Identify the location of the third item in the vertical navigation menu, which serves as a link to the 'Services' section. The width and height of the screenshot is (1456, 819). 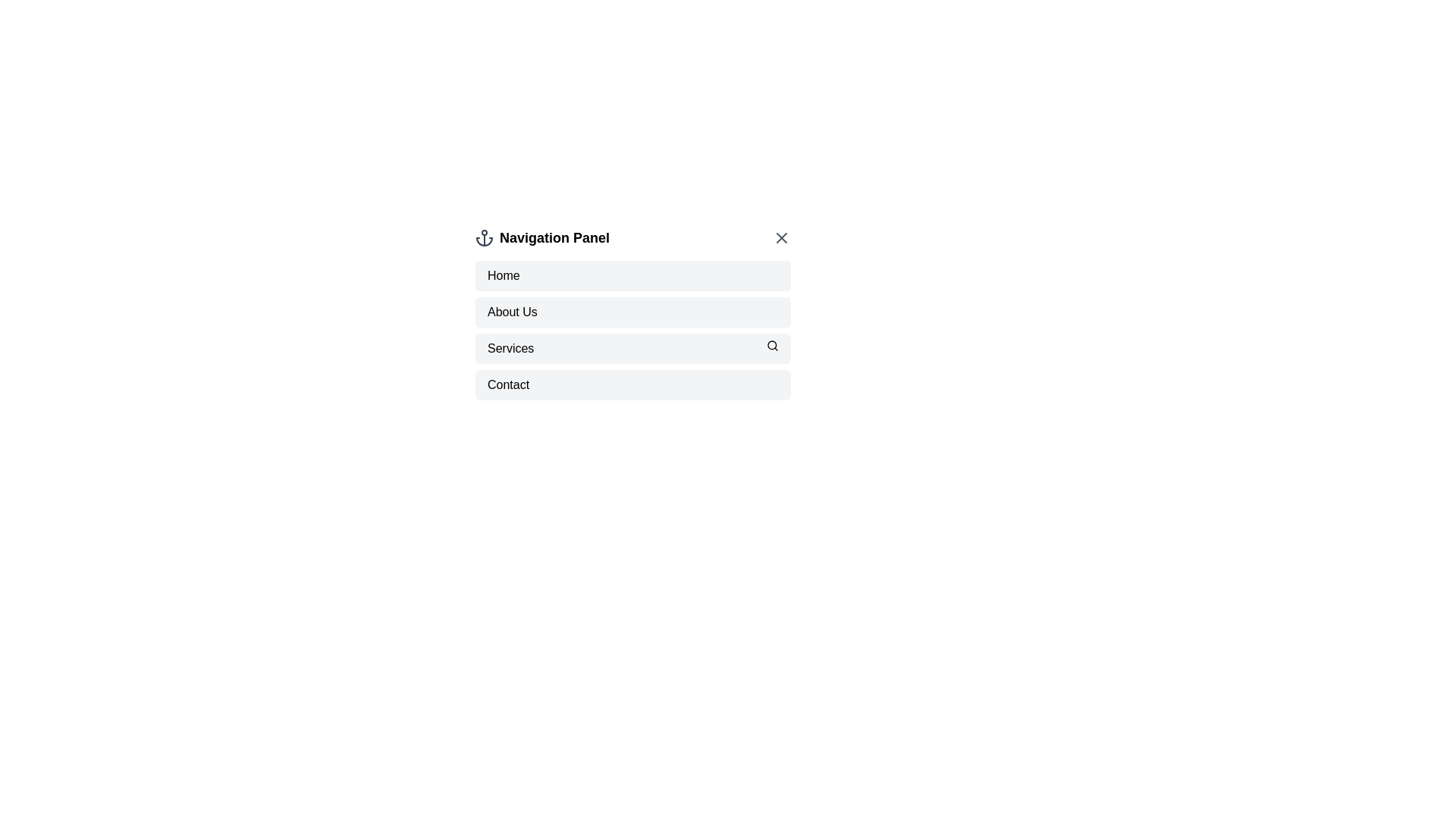
(633, 348).